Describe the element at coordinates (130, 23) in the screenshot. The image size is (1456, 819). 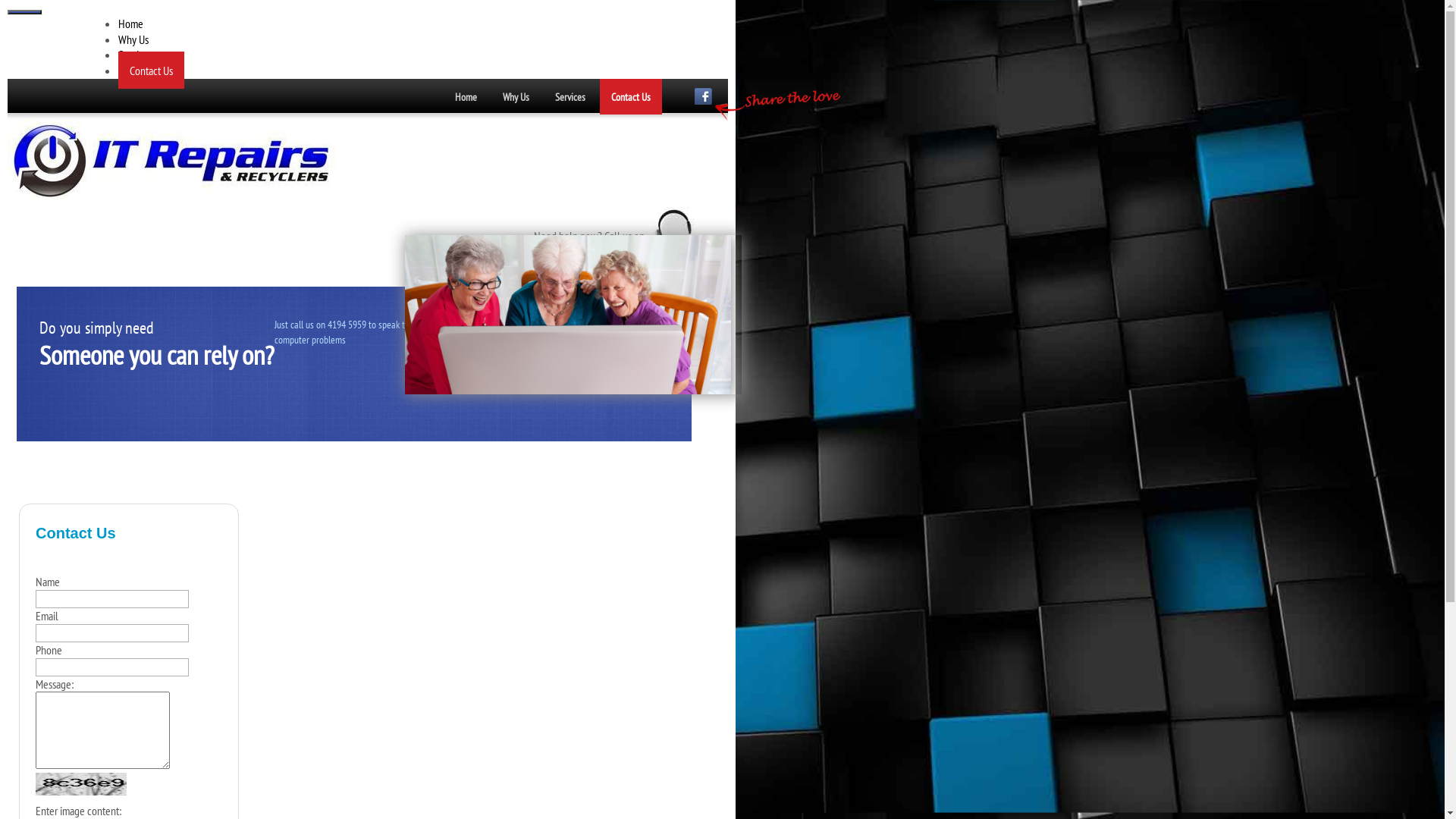
I see `'Home'` at that location.